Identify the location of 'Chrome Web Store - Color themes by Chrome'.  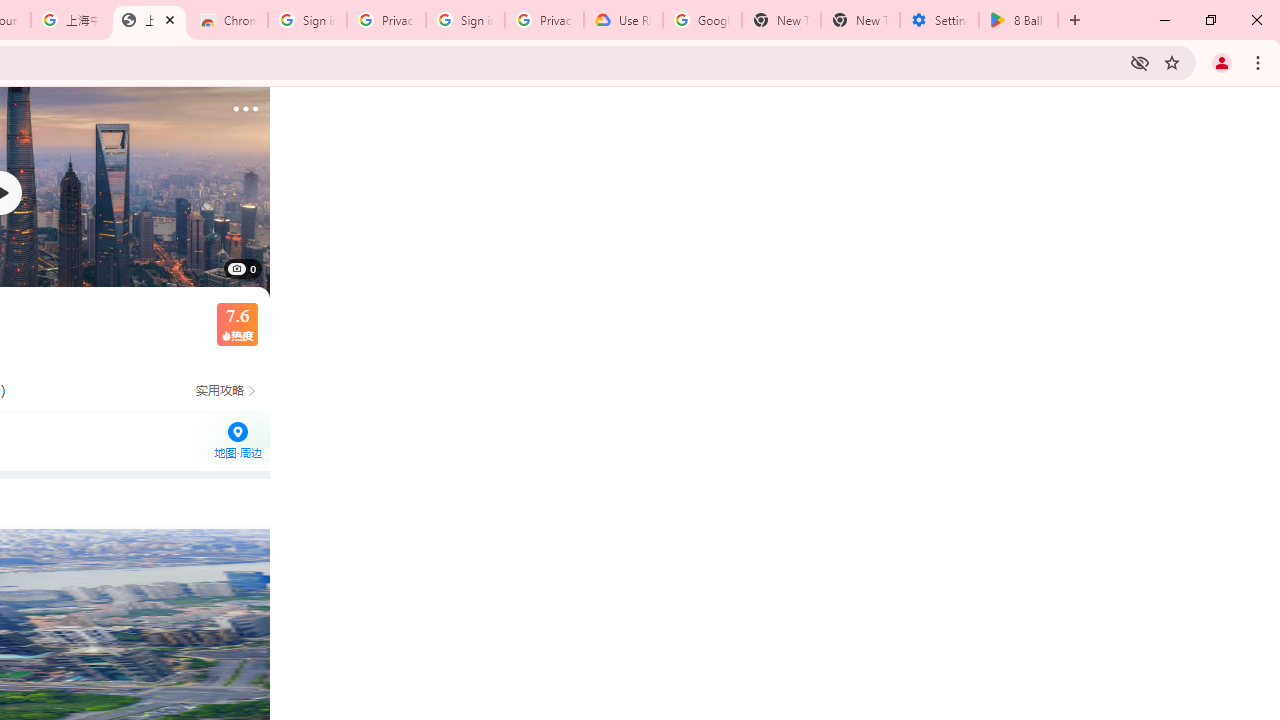
(228, 20).